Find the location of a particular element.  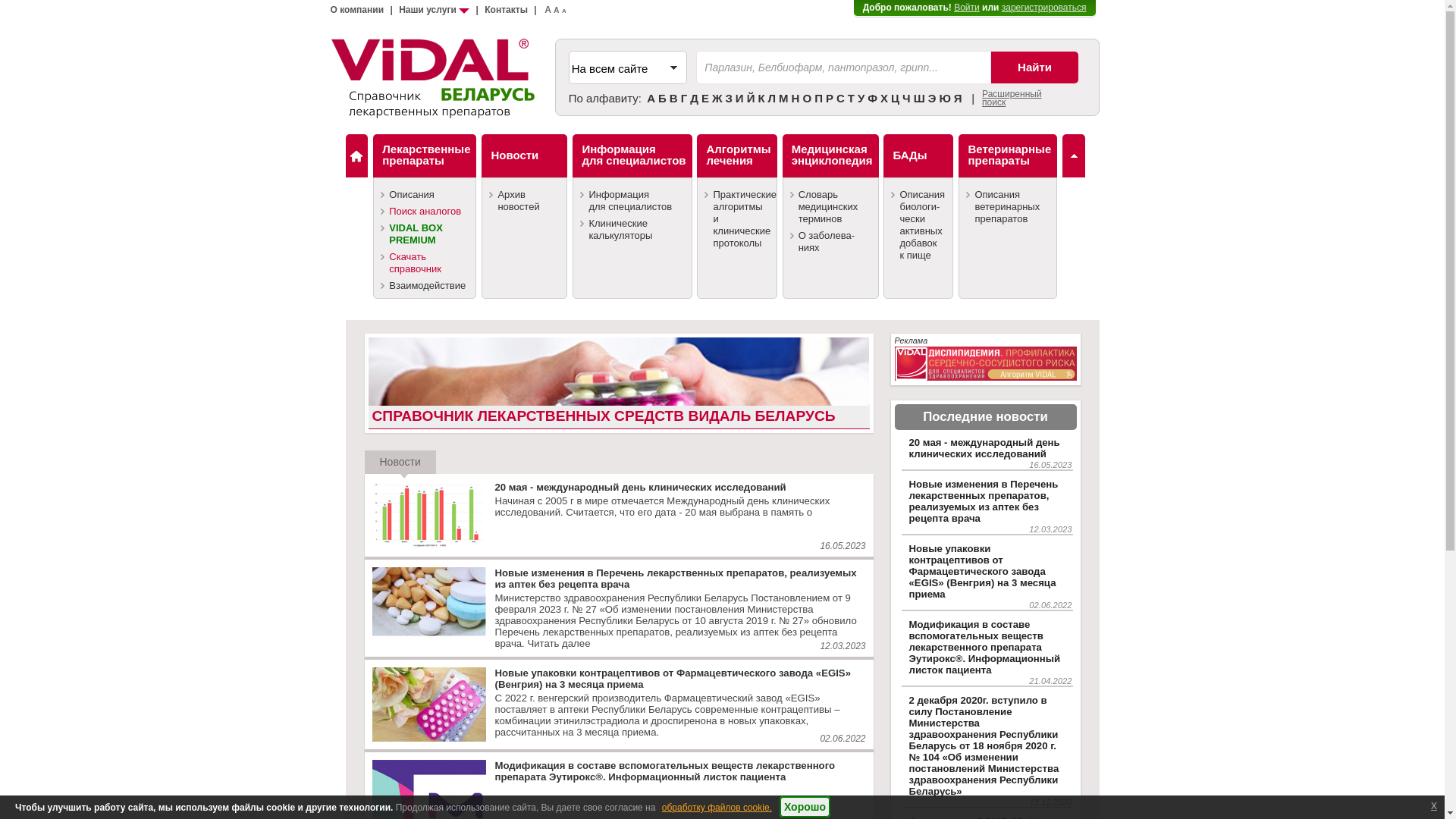

'x' is located at coordinates (1433, 804).